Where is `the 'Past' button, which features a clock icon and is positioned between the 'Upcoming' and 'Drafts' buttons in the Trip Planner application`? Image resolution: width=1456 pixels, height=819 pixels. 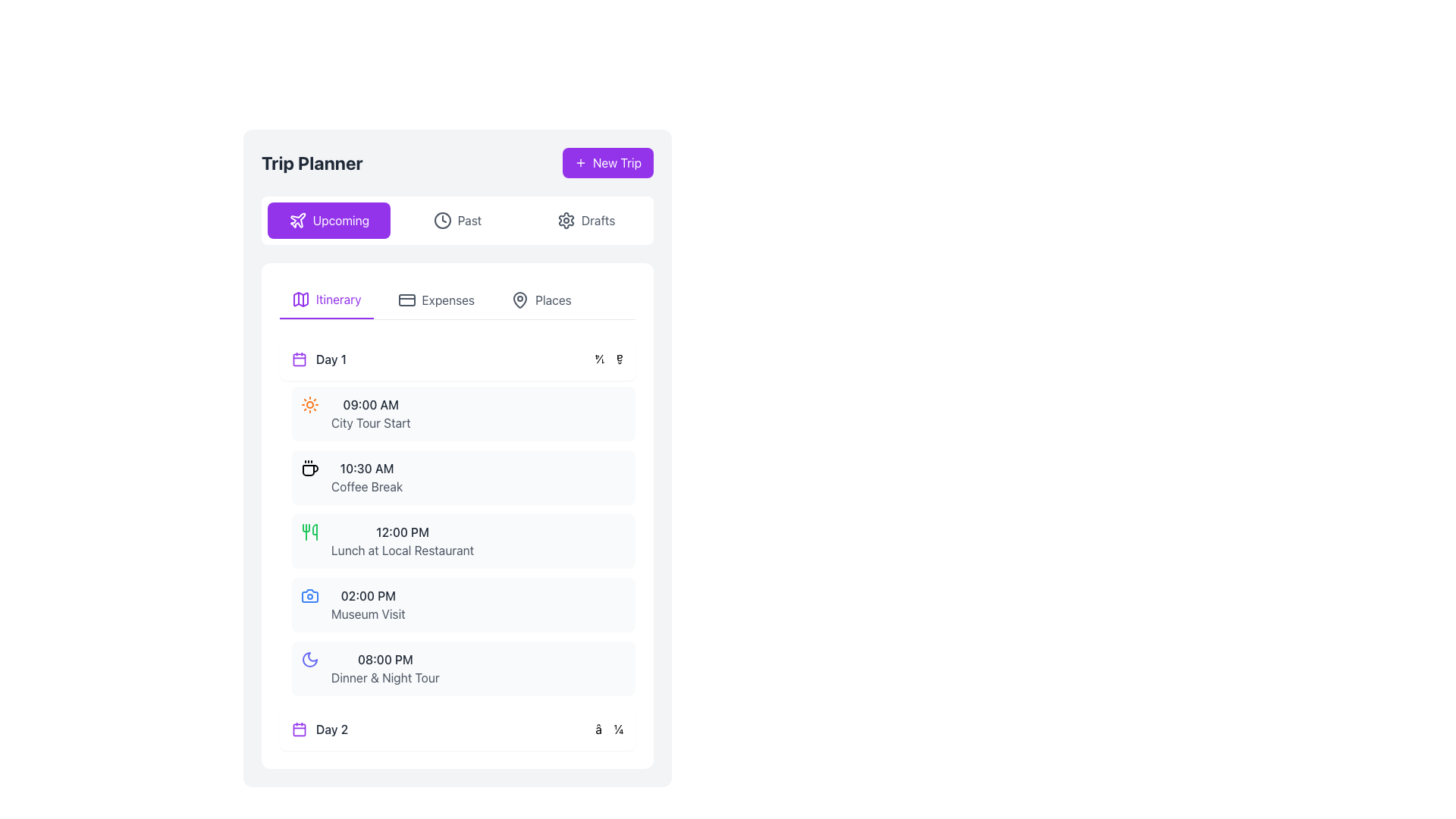 the 'Past' button, which features a clock icon and is positioned between the 'Upcoming' and 'Drafts' buttons in the Trip Planner application is located at coordinates (457, 220).